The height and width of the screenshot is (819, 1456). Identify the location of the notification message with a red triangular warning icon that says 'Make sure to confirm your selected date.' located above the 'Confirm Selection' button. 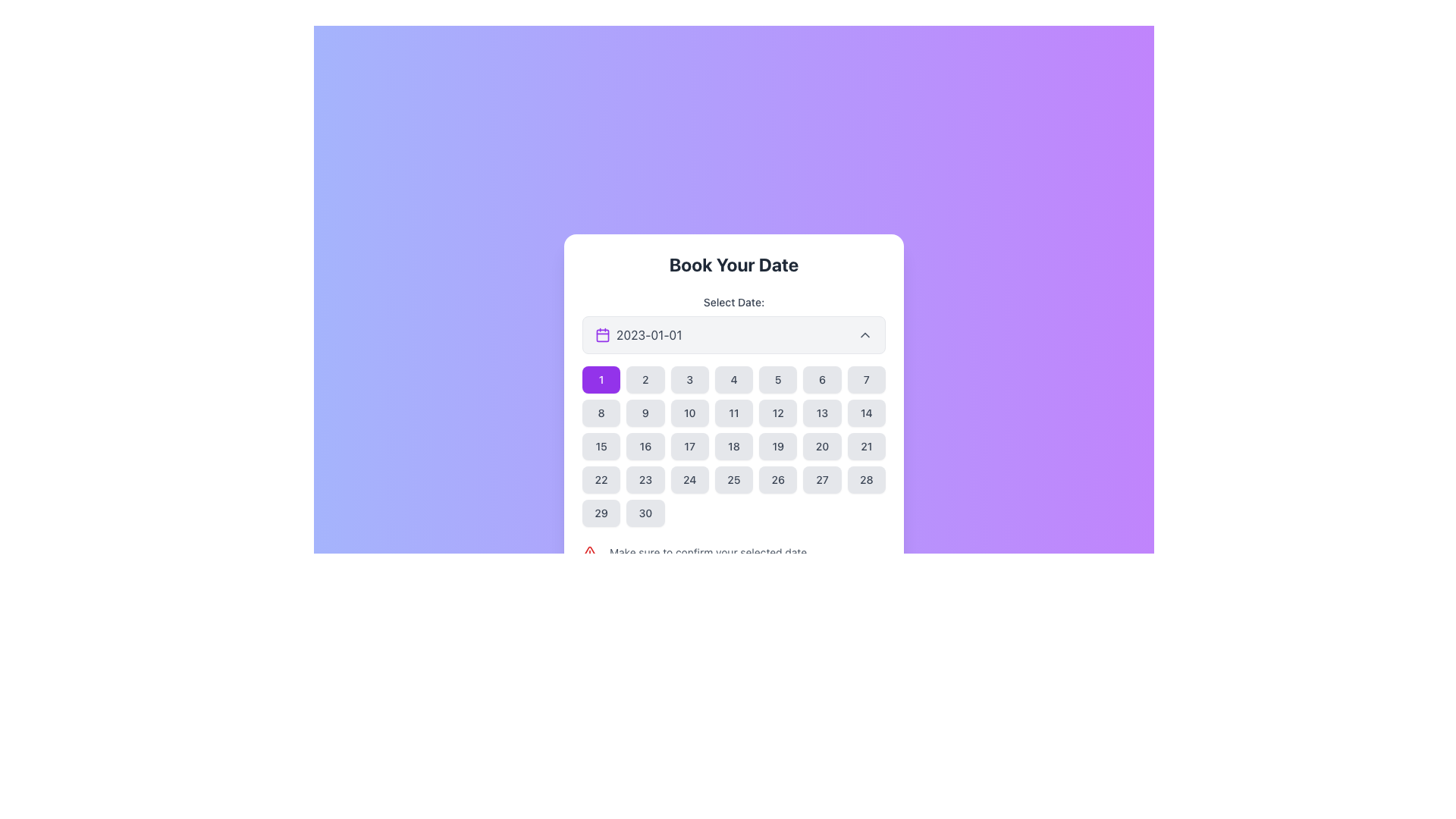
(734, 553).